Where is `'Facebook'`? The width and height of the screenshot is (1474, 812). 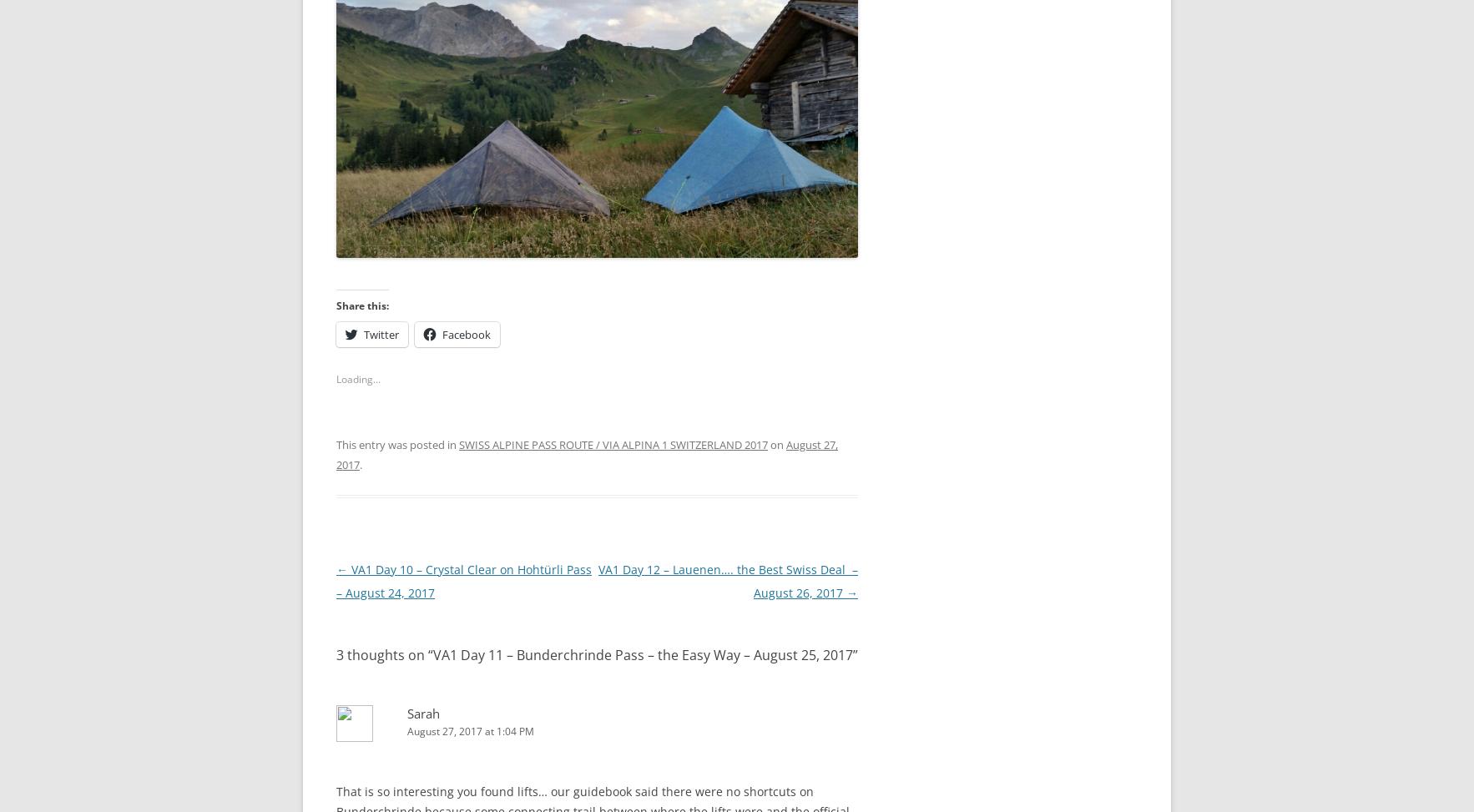 'Facebook' is located at coordinates (466, 333).